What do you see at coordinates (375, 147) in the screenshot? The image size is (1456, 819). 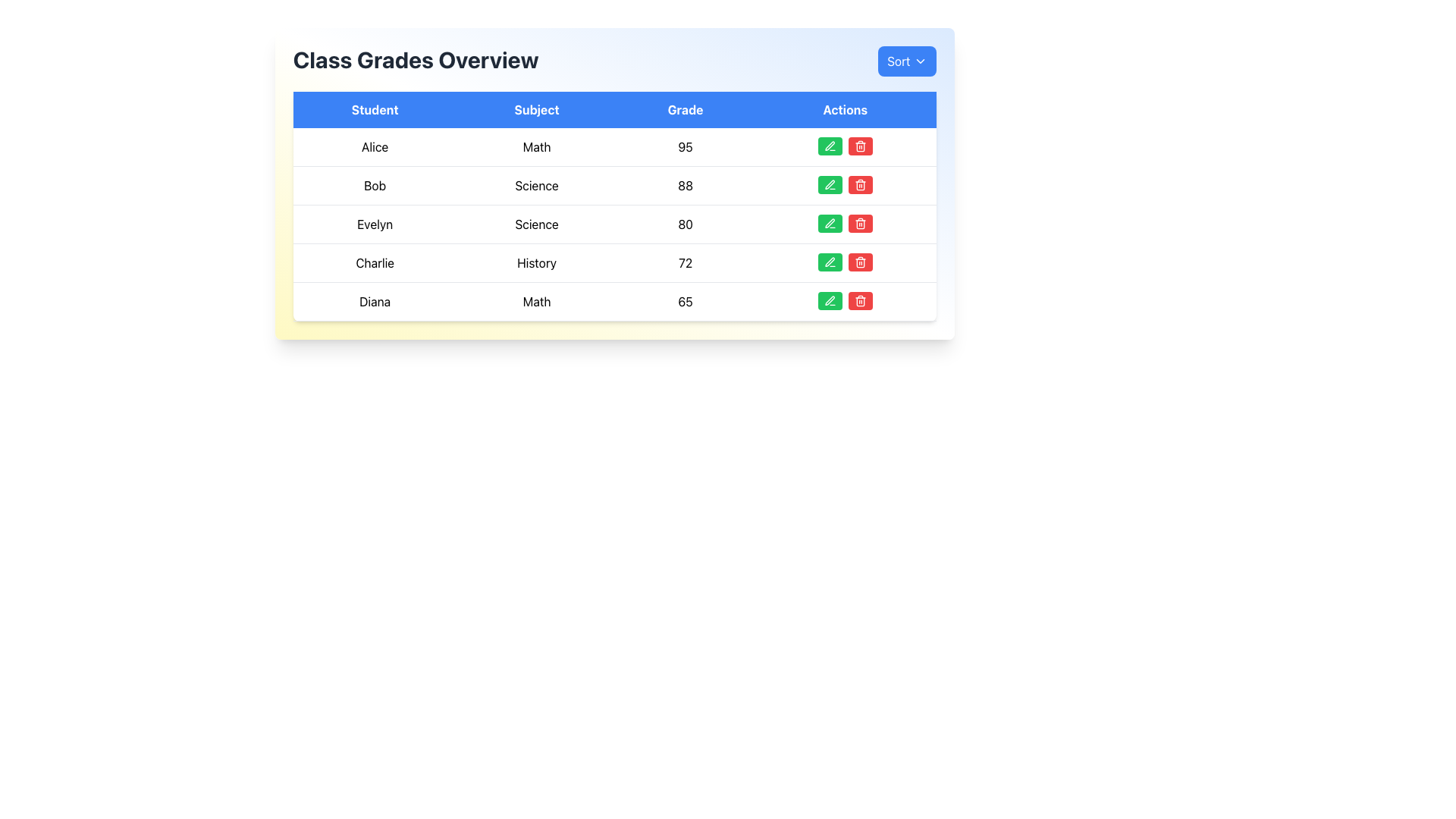 I see `the text box displaying the name 'Alice,' which is the first cell in the leftmost column under the 'Student' header in the table` at bounding box center [375, 147].